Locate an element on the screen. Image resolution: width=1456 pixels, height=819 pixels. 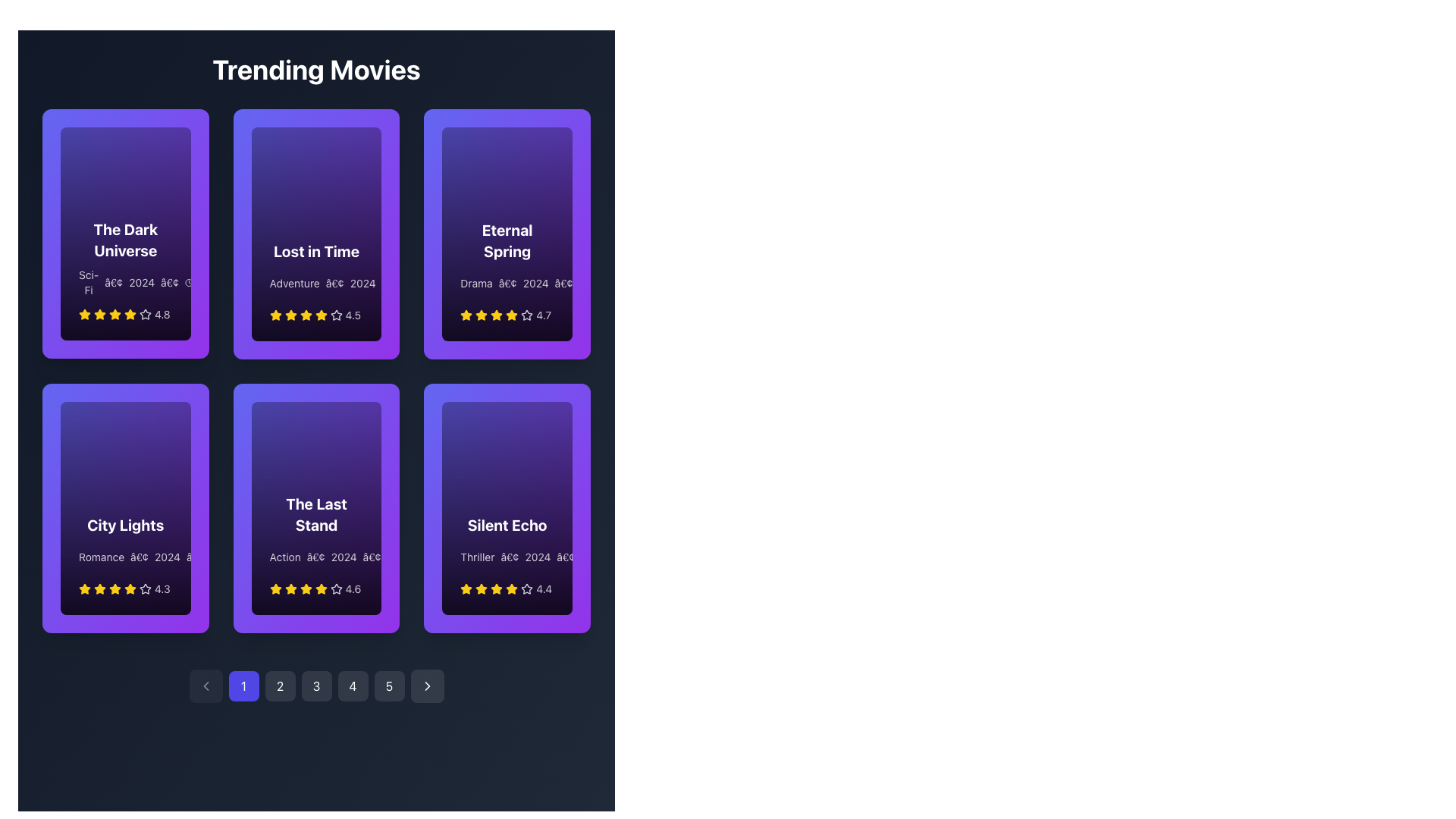
the sixth unselected star icon in the rating section below the movie card labeled 'The Last Stand' is located at coordinates (335, 588).